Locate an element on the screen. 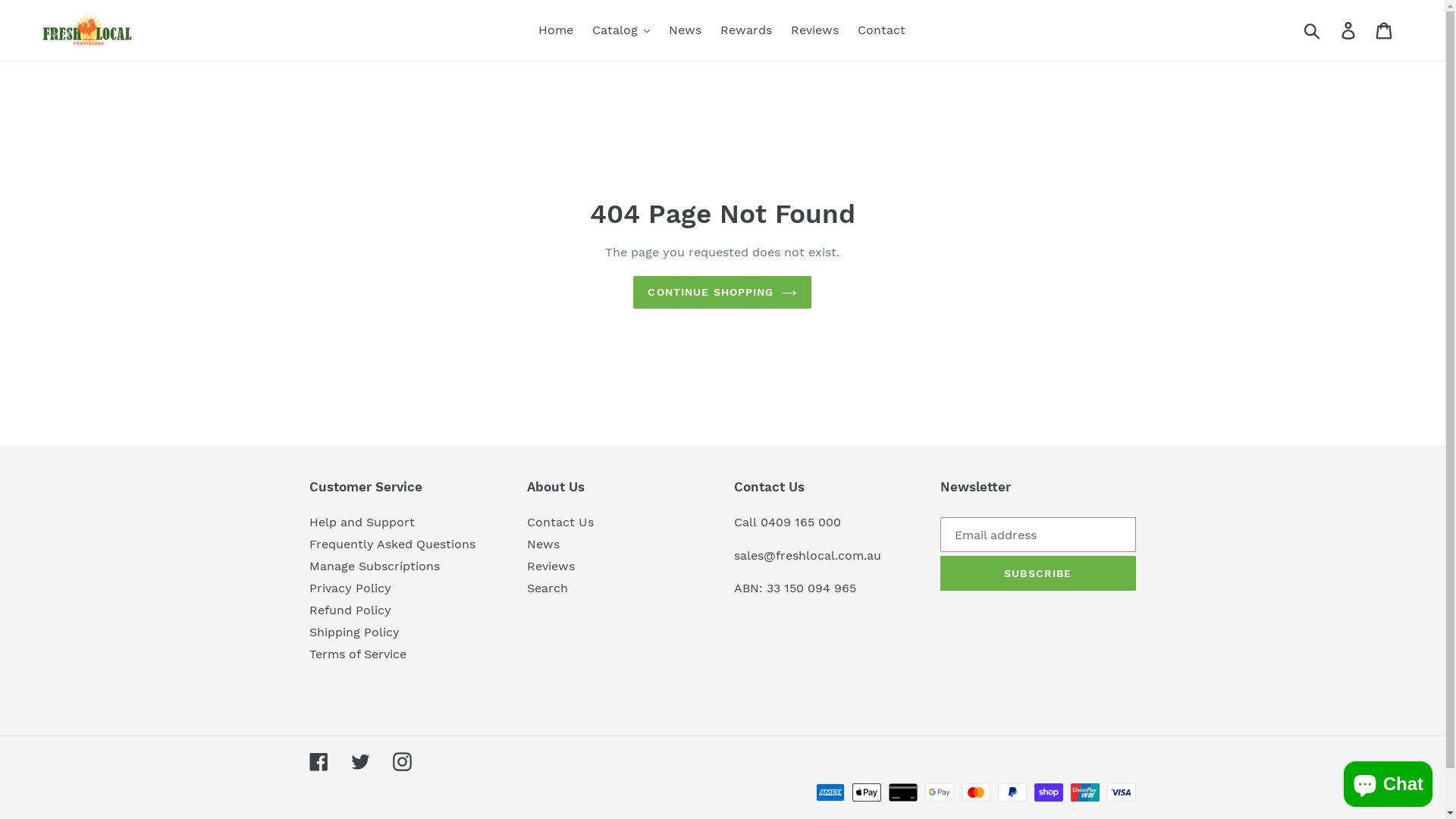  'Log in' is located at coordinates (1349, 30).